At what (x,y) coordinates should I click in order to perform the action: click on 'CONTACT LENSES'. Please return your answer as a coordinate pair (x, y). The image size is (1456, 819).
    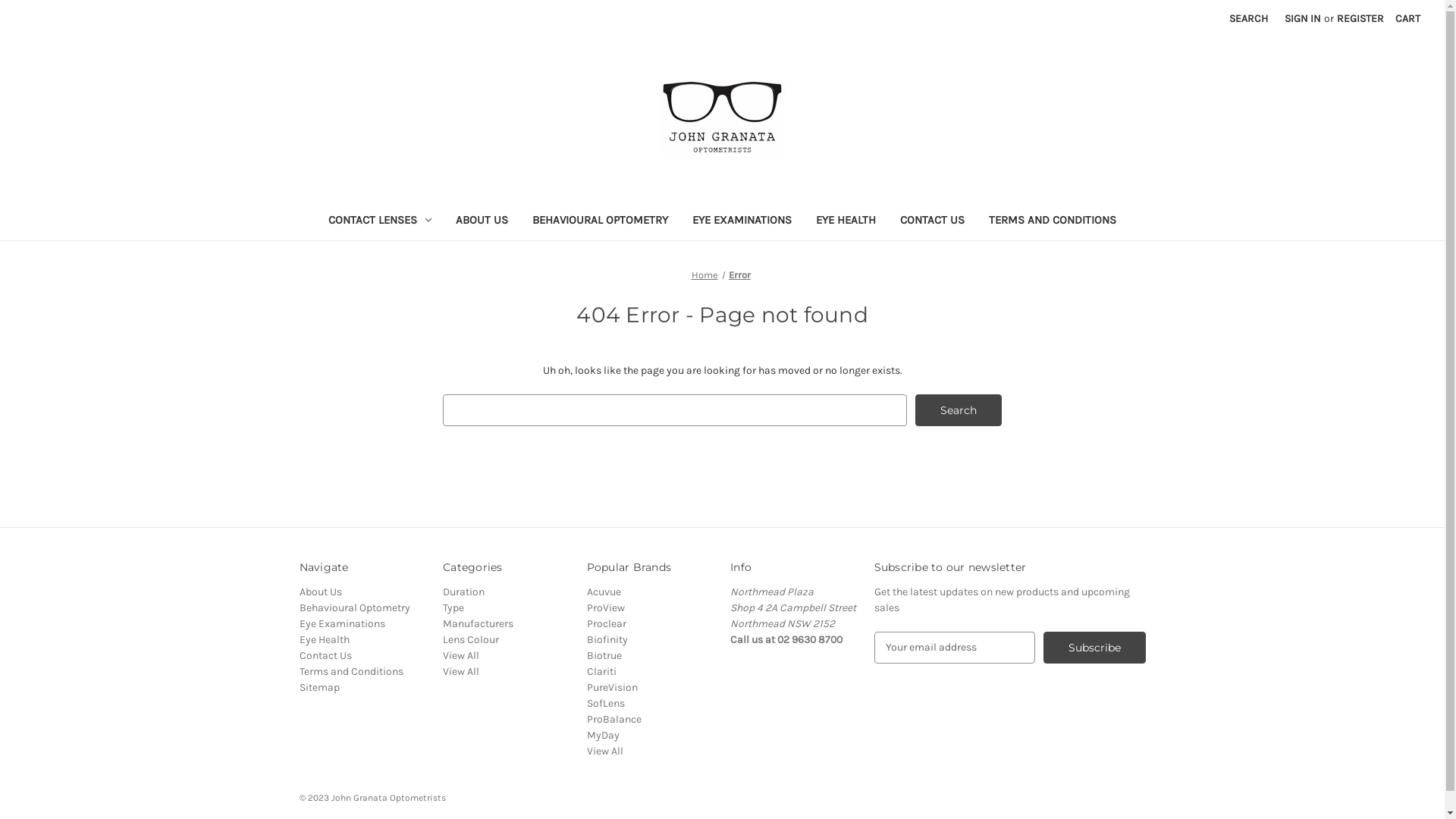
    Looking at the image, I should click on (315, 221).